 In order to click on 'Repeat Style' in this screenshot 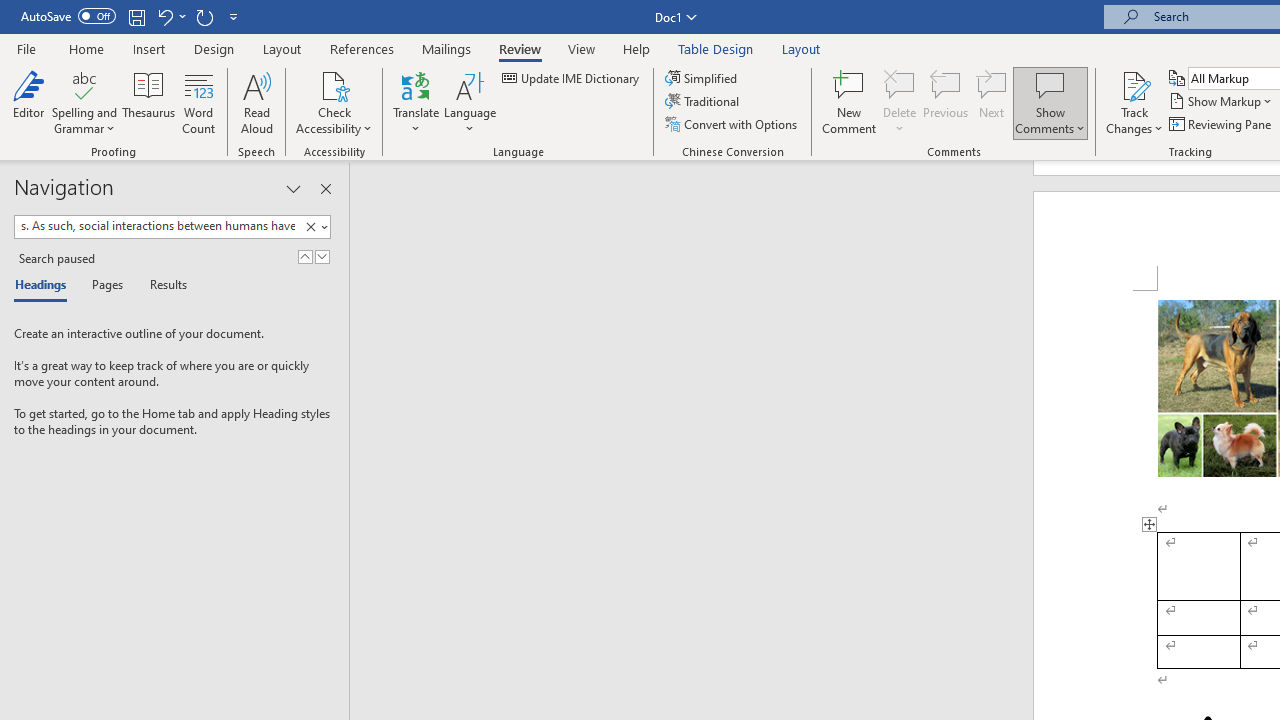, I will do `click(204, 16)`.